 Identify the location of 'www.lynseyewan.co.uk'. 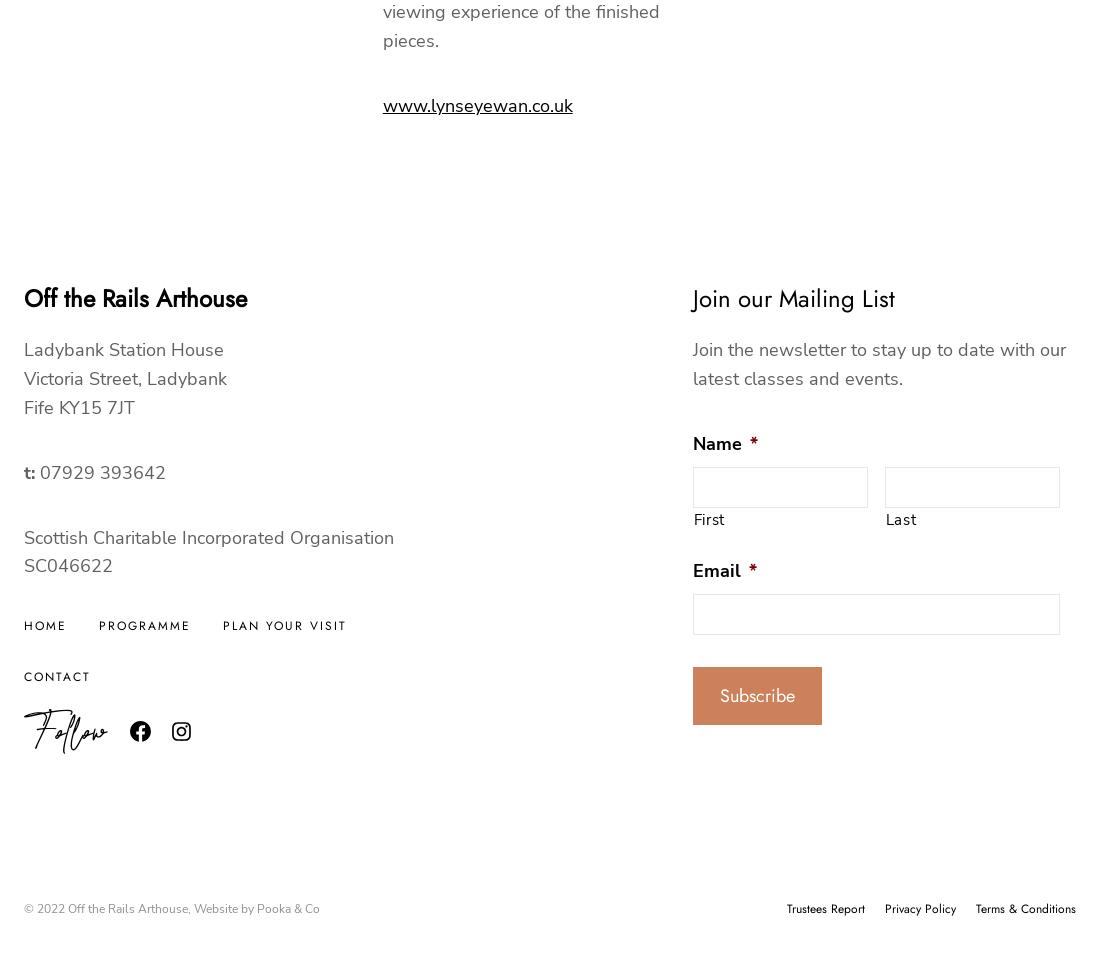
(382, 105).